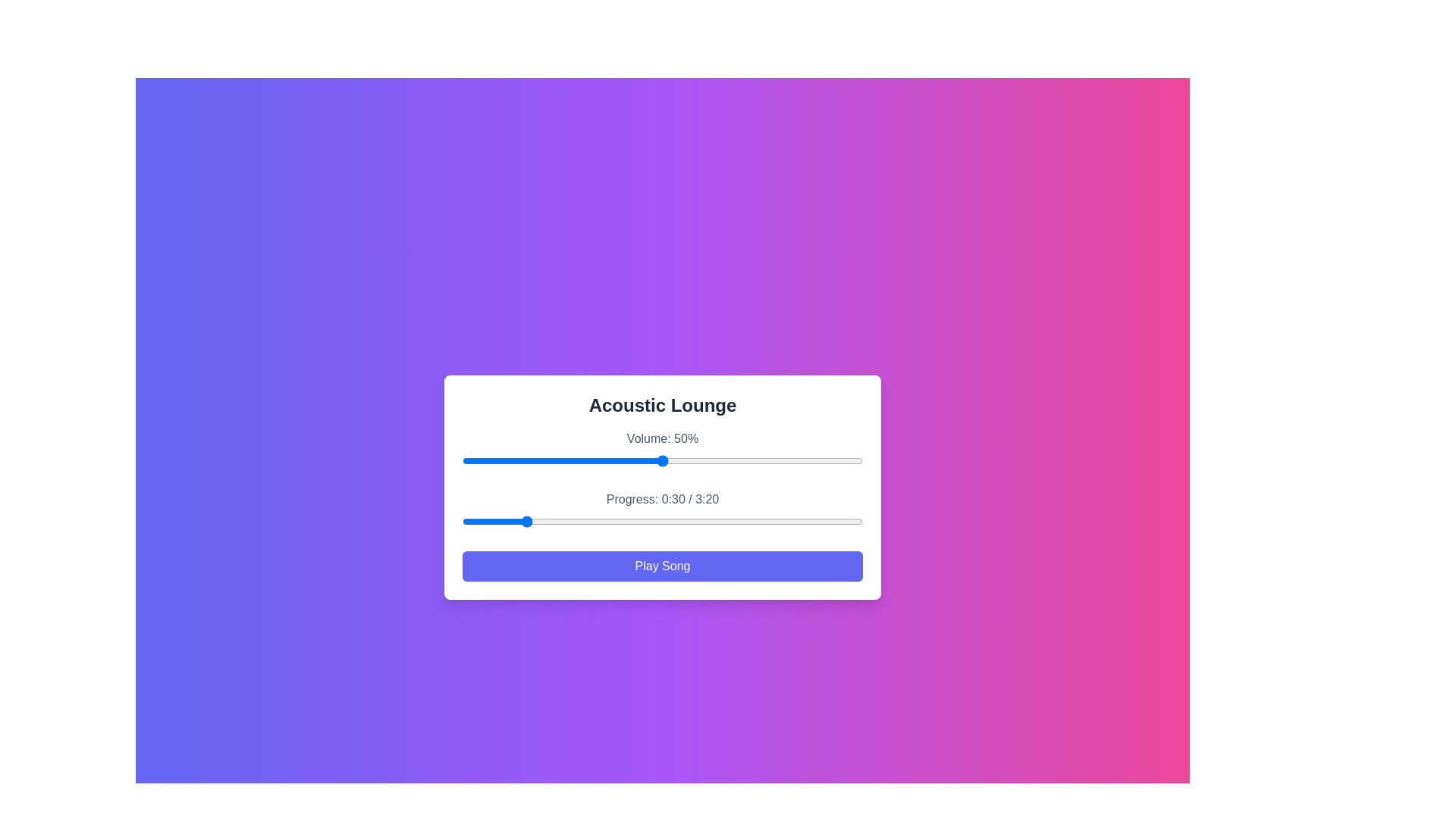 The image size is (1456, 819). Describe the element at coordinates (635, 460) in the screenshot. I see `the volume to 43% by interacting with the slider` at that location.